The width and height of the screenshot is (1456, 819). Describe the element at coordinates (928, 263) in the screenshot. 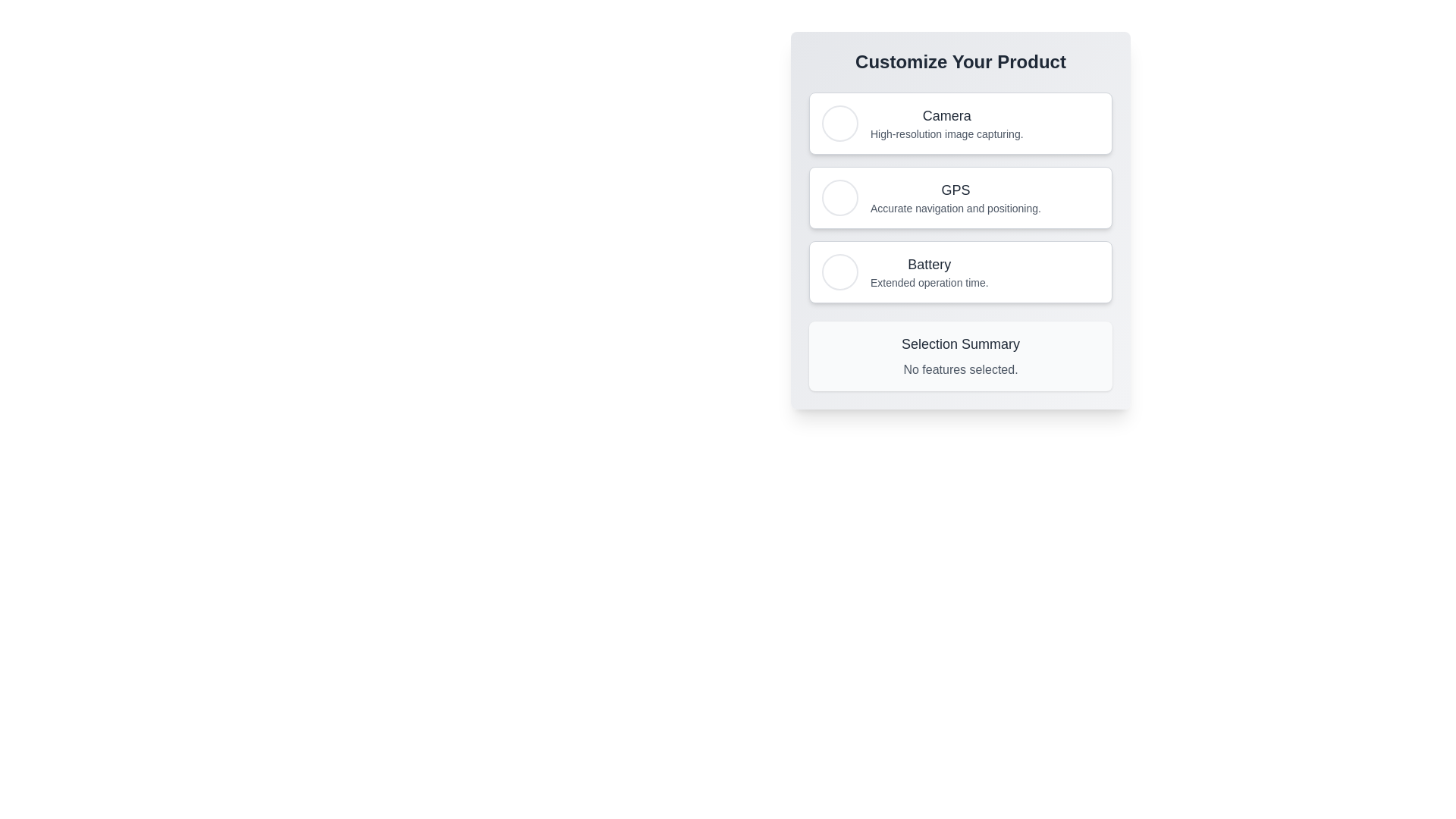

I see `the static text label indicating 'Battery', located in the middle-left section of the third option card in the vertical list of selectable options` at that location.